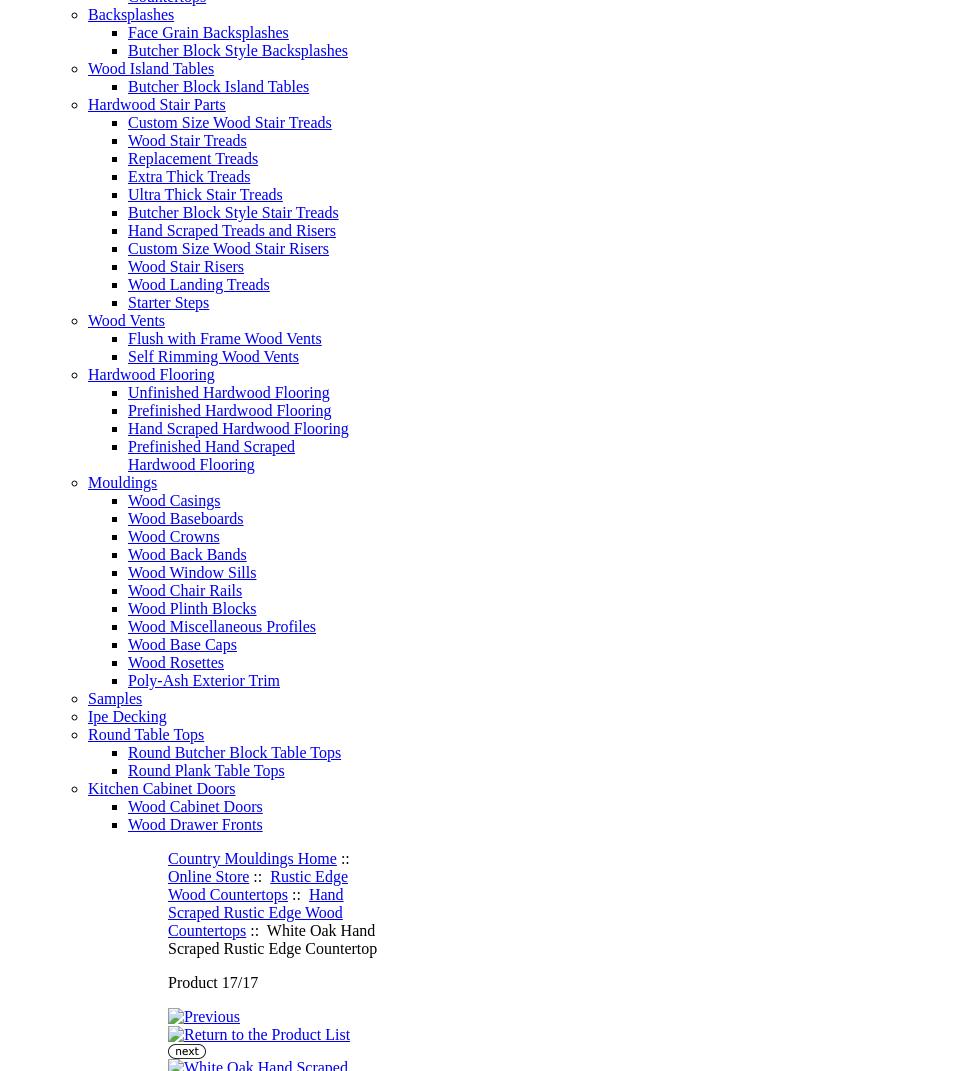 The image size is (968, 1071). What do you see at coordinates (231, 211) in the screenshot?
I see `'Butcher Block Style Stair Treads'` at bounding box center [231, 211].